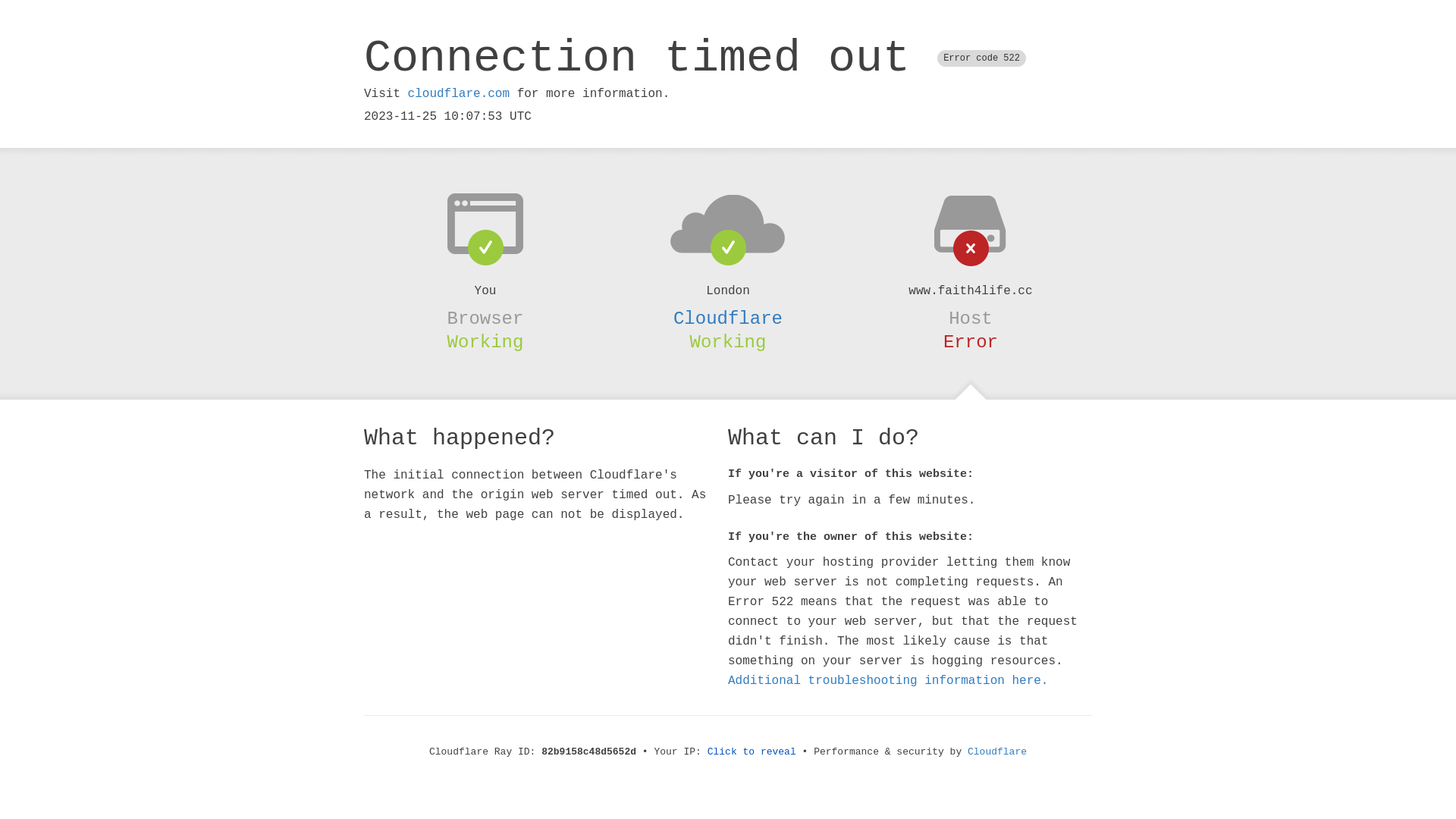  Describe the element at coordinates (706, 752) in the screenshot. I see `'Click to reveal'` at that location.